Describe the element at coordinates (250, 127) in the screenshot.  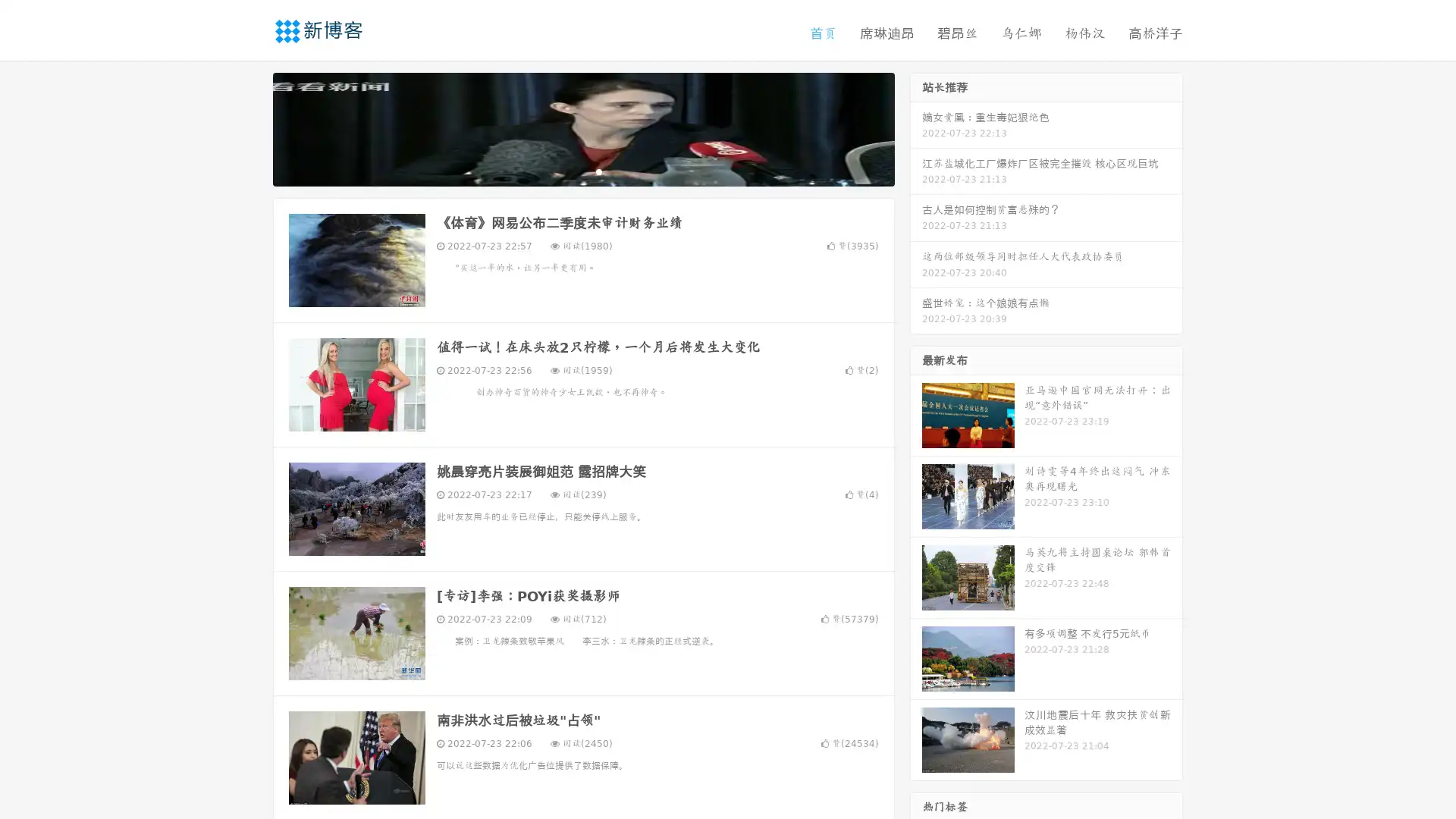
I see `Previous slide` at that location.